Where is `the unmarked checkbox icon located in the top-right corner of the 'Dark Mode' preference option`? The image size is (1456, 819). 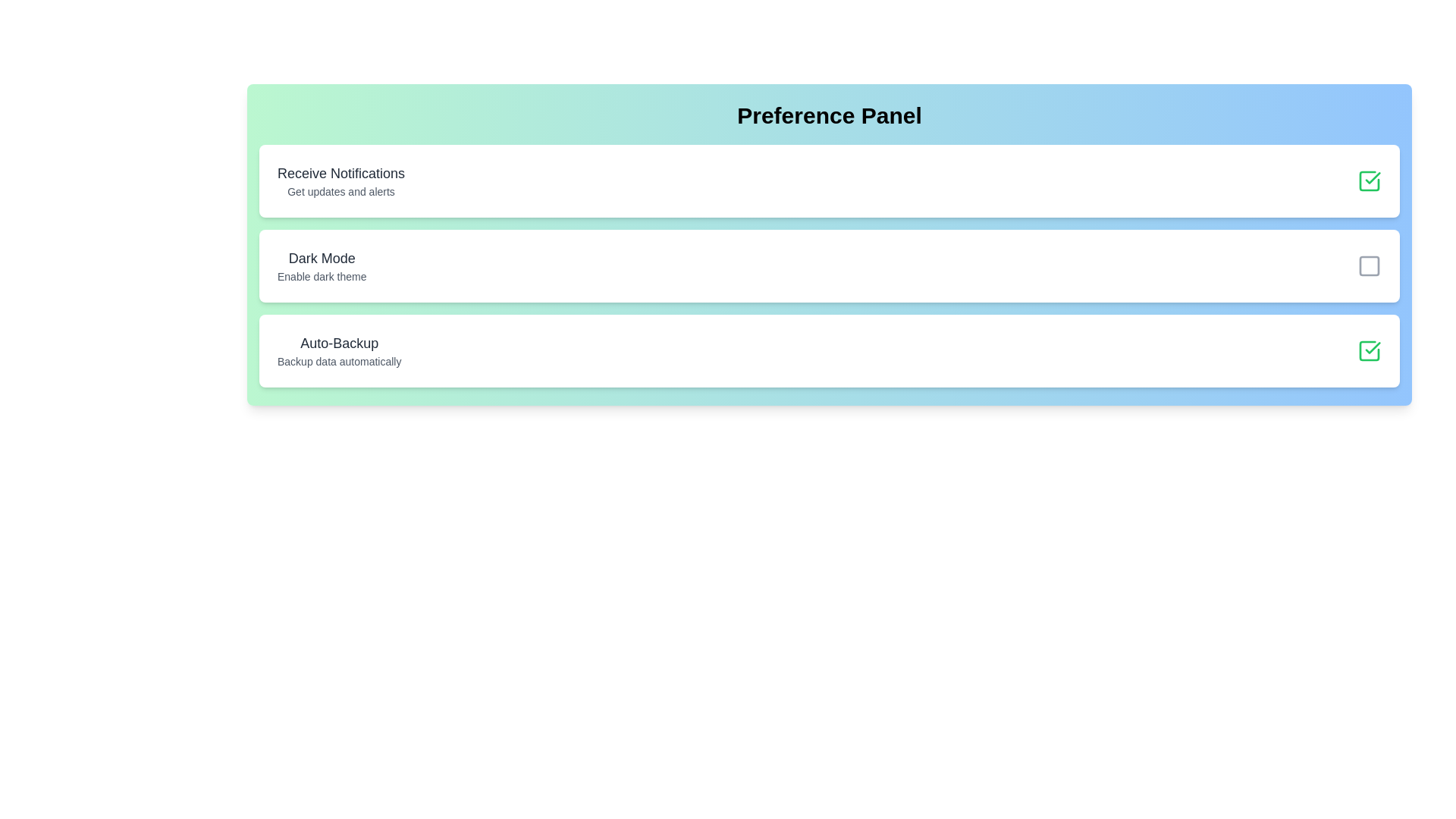
the unmarked checkbox icon located in the top-right corner of the 'Dark Mode' preference option is located at coordinates (1369, 265).